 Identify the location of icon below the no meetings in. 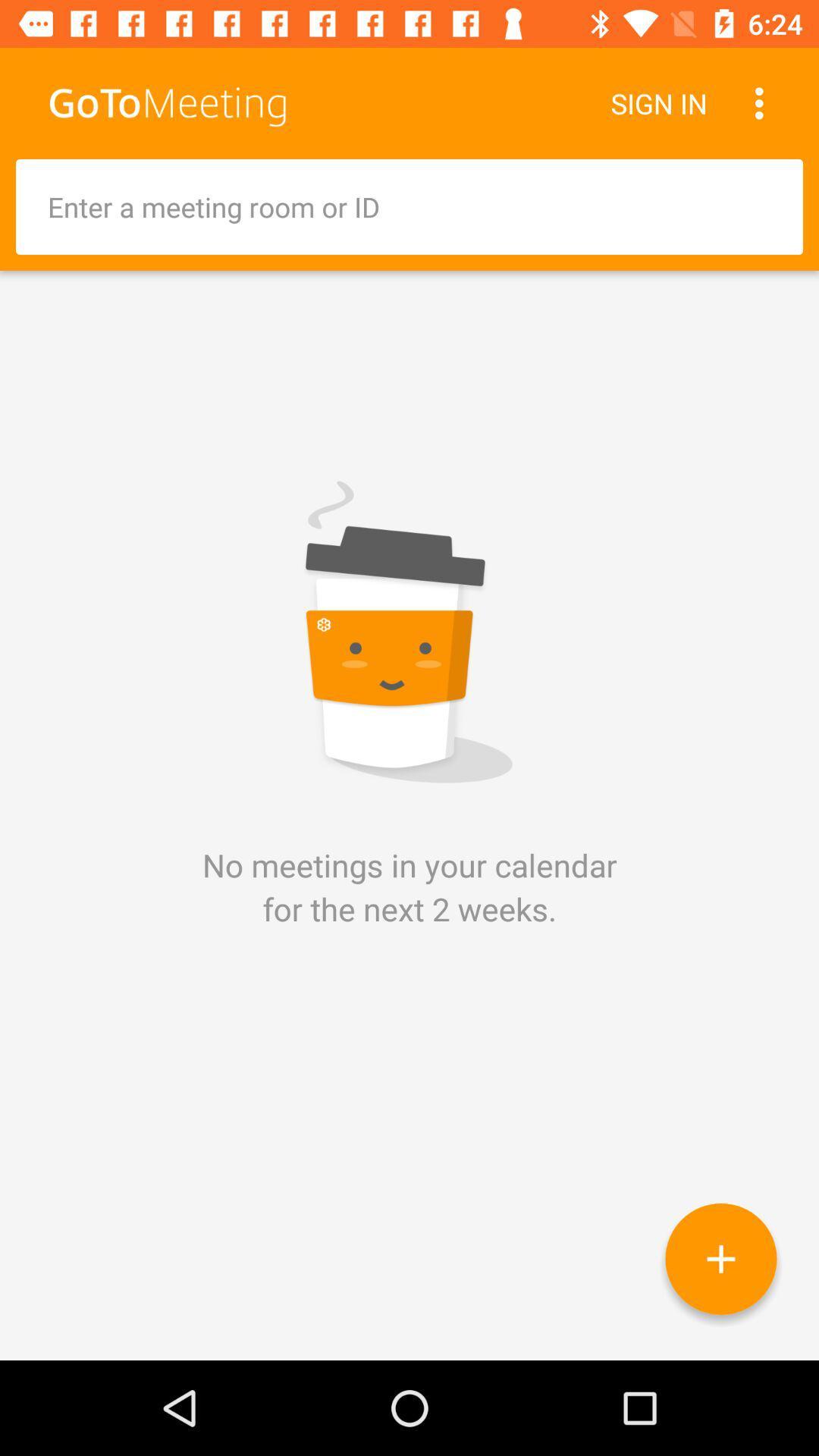
(720, 1259).